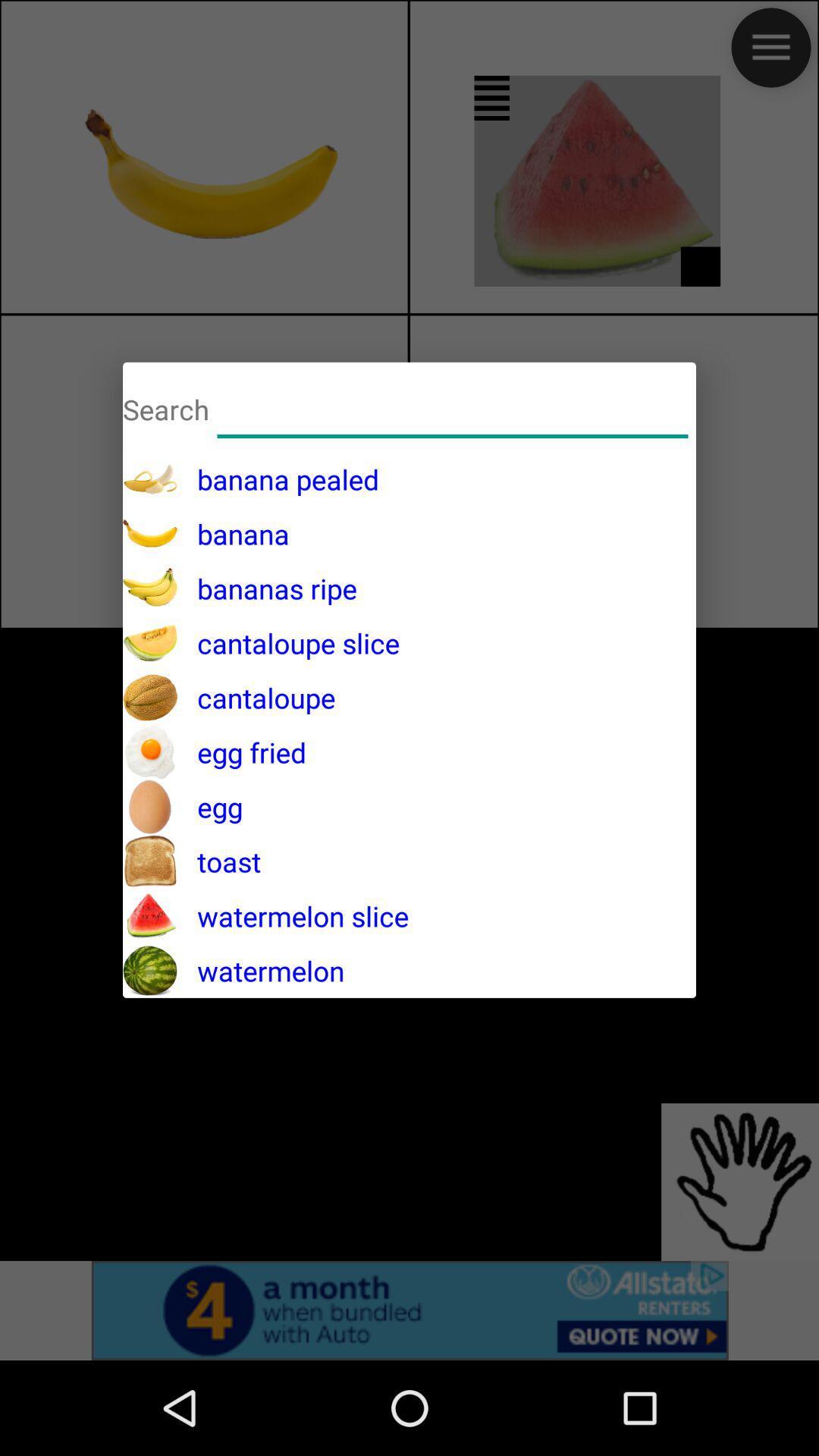  I want to click on banana pealed icon, so click(278, 479).